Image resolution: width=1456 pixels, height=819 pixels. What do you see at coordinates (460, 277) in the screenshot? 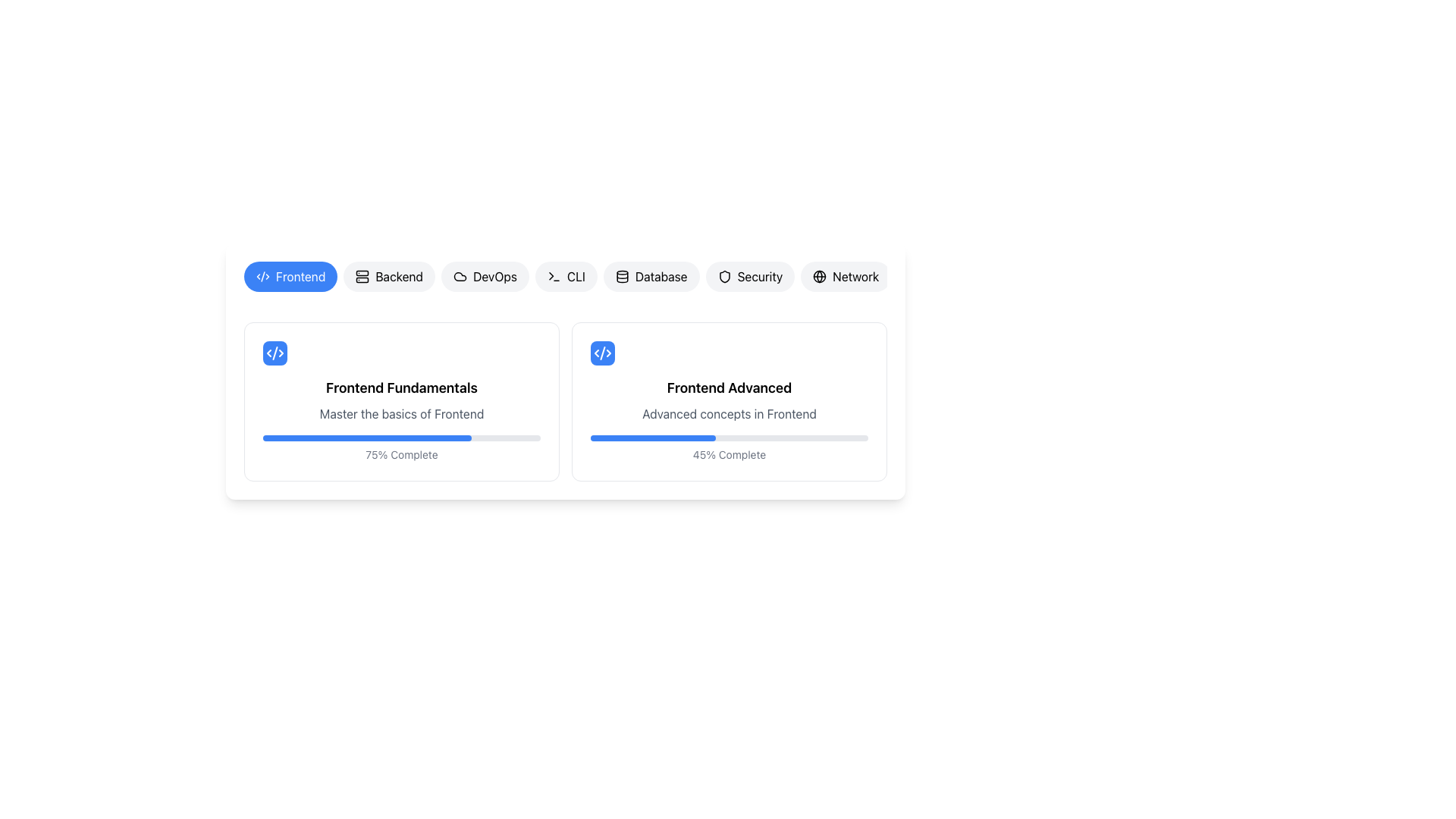
I see `the cloud icon, which is the second icon from the left in the group of horizontally aligned icons in the upper section of the interface` at bounding box center [460, 277].